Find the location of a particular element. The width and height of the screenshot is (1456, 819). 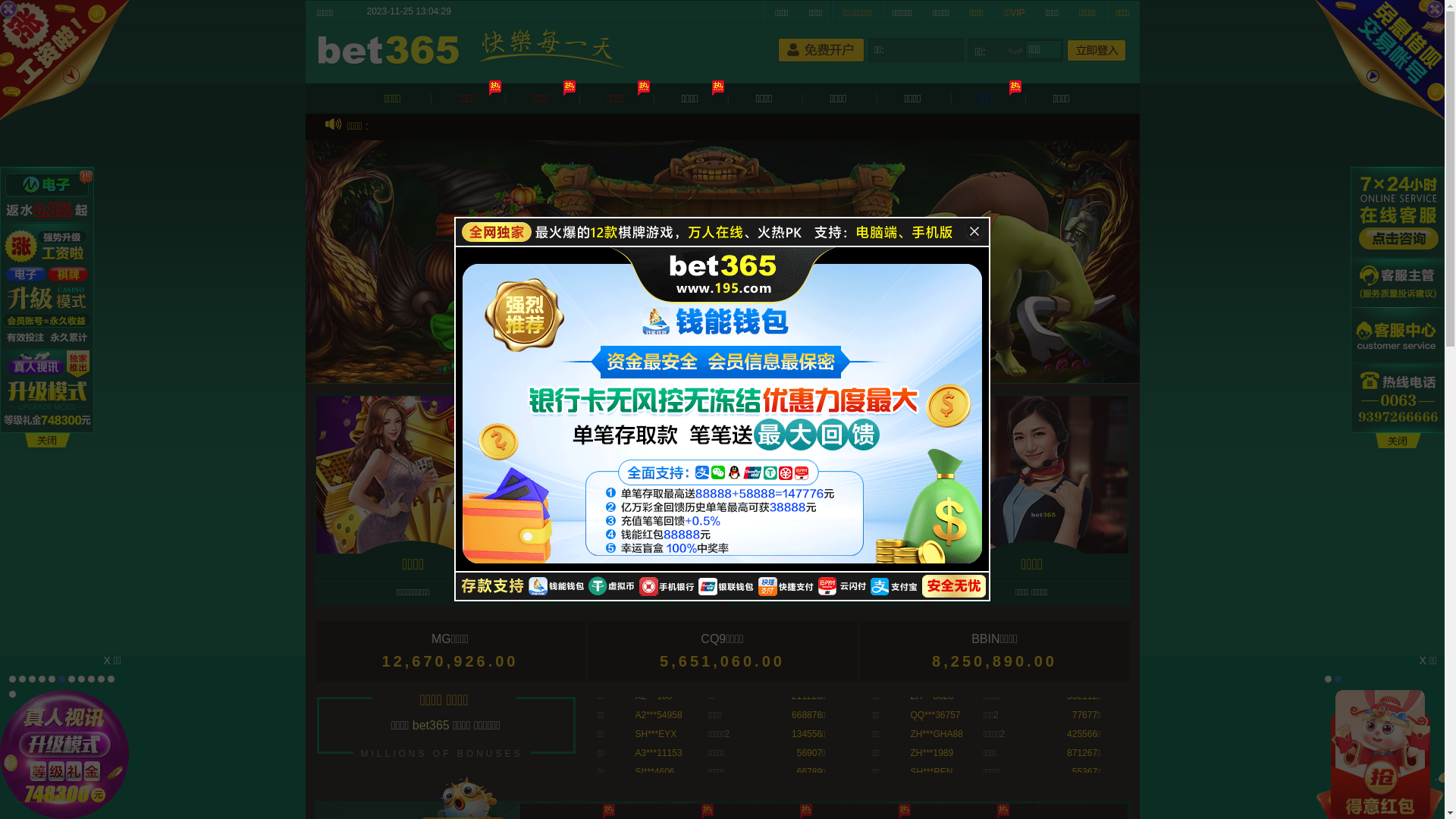

'5' is located at coordinates (52, 678).